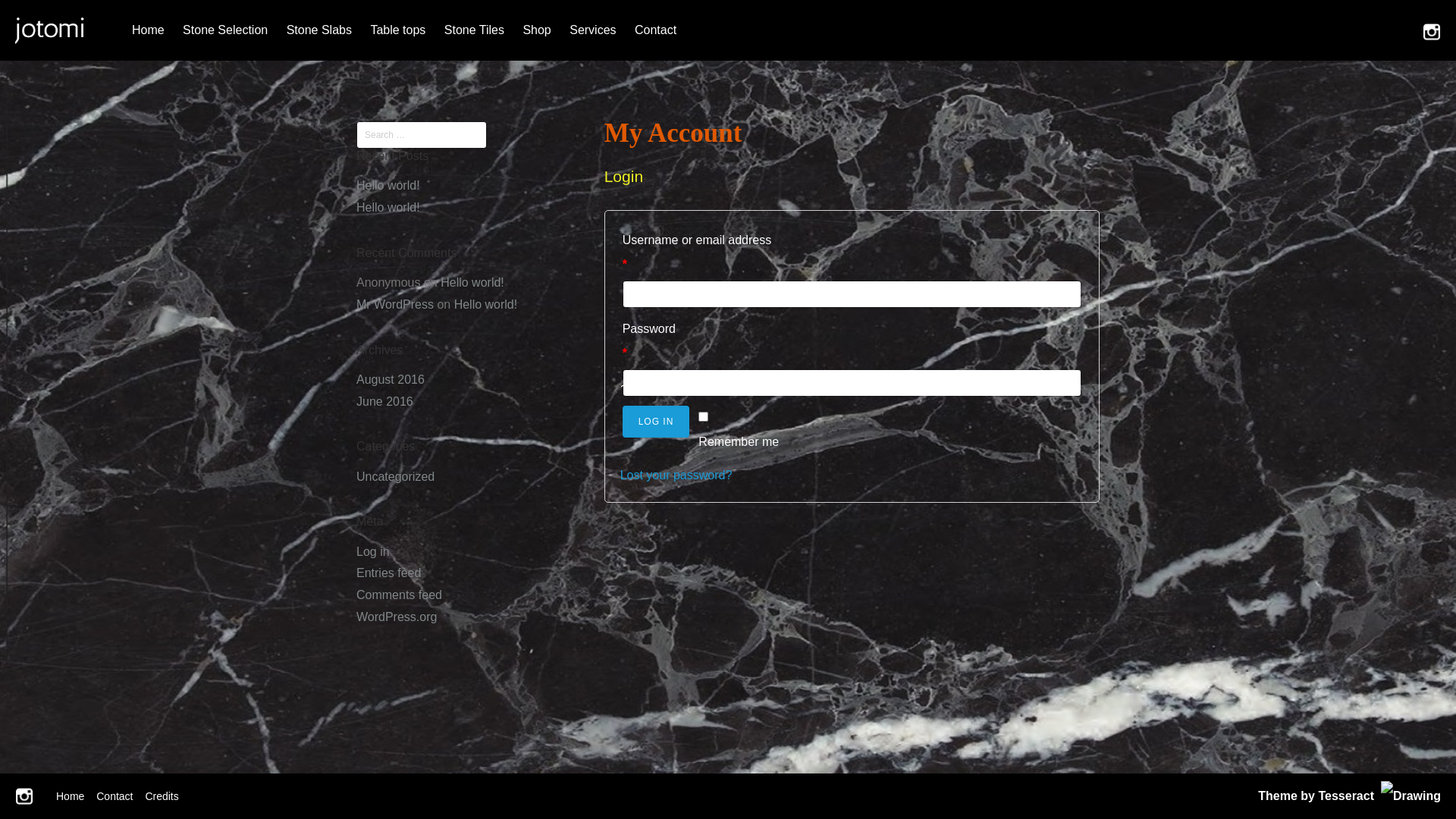 The height and width of the screenshot is (819, 1456). Describe the element at coordinates (388, 573) in the screenshot. I see `'Entries feed'` at that location.